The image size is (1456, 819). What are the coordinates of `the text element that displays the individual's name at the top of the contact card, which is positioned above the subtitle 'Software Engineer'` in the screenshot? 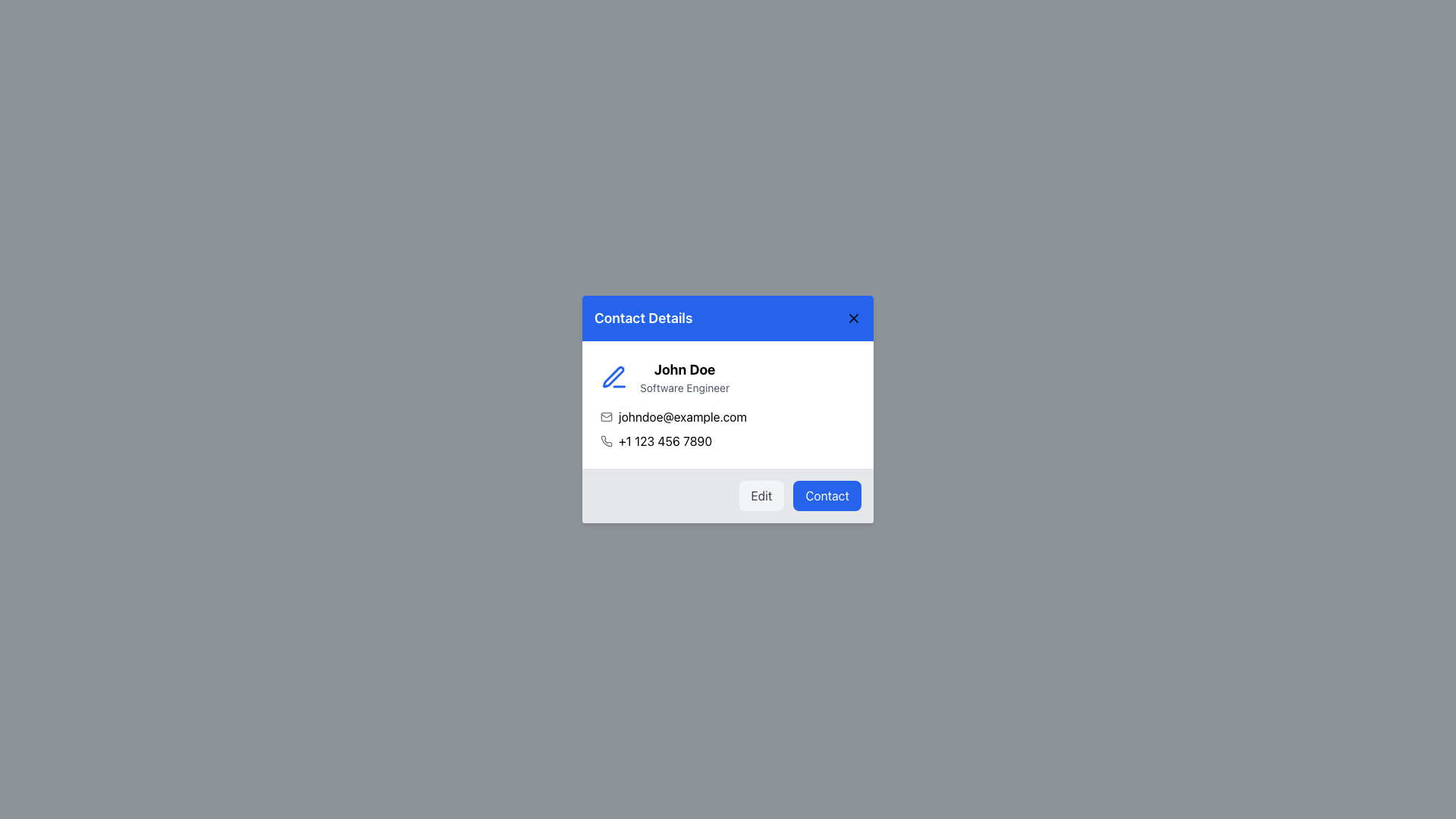 It's located at (684, 370).